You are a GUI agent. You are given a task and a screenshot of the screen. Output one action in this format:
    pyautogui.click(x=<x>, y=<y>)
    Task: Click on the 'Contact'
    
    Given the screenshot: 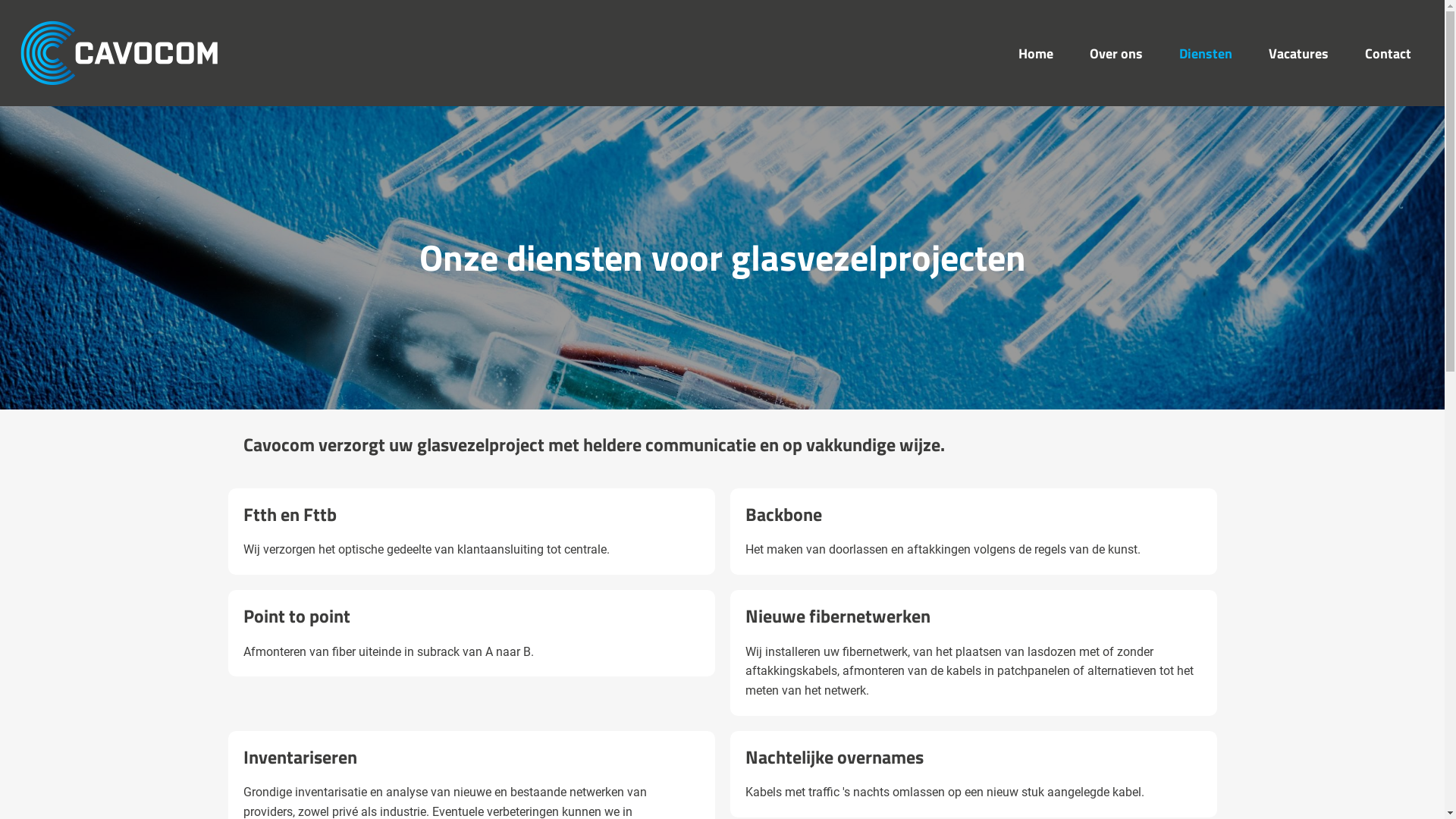 What is the action you would take?
    pyautogui.click(x=1354, y=52)
    